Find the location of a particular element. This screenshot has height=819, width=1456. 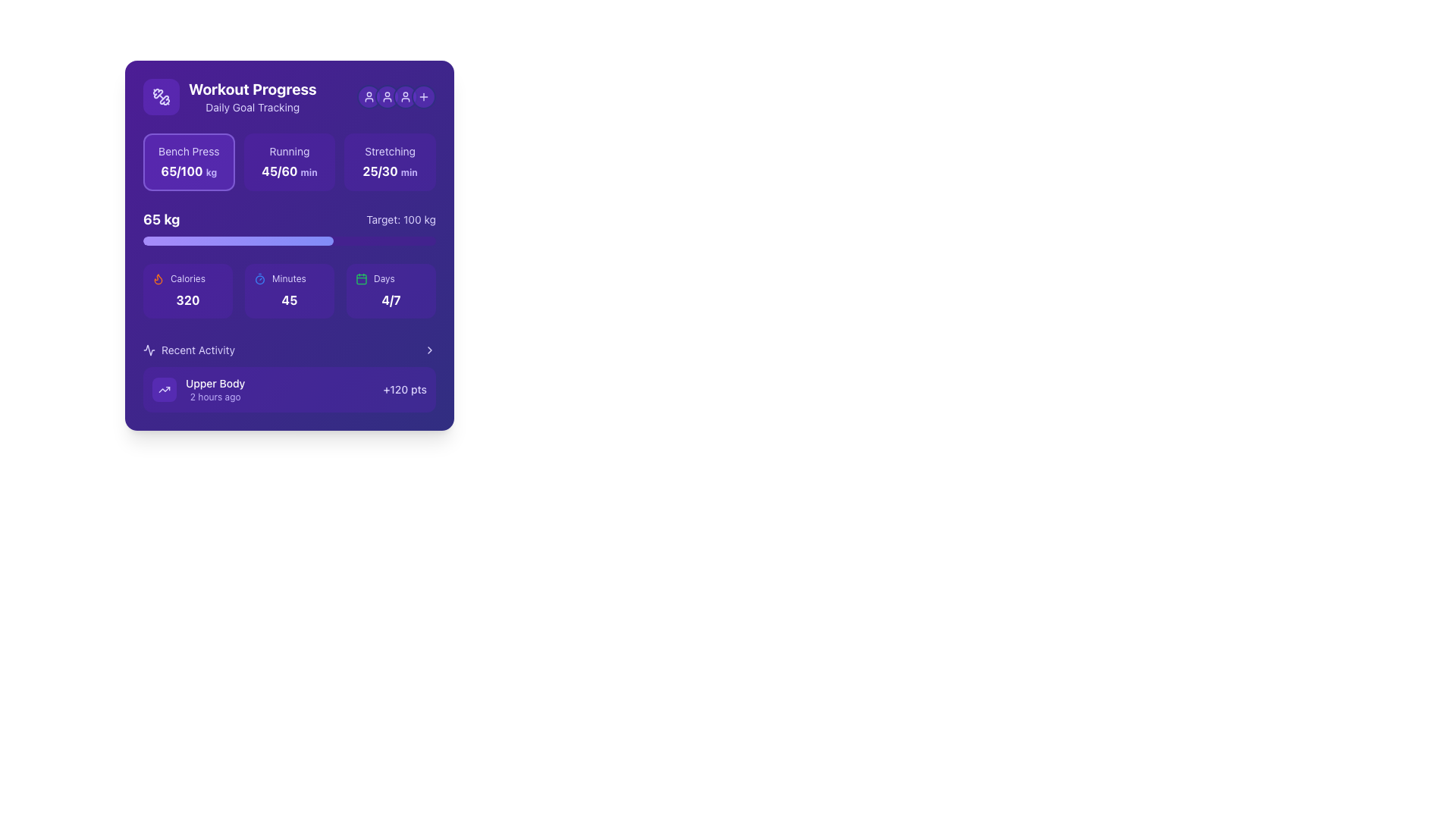

weight value displayed in the text label that shows '65 kg', which is styled in a large, bold white font against a purple background is located at coordinates (162, 219).